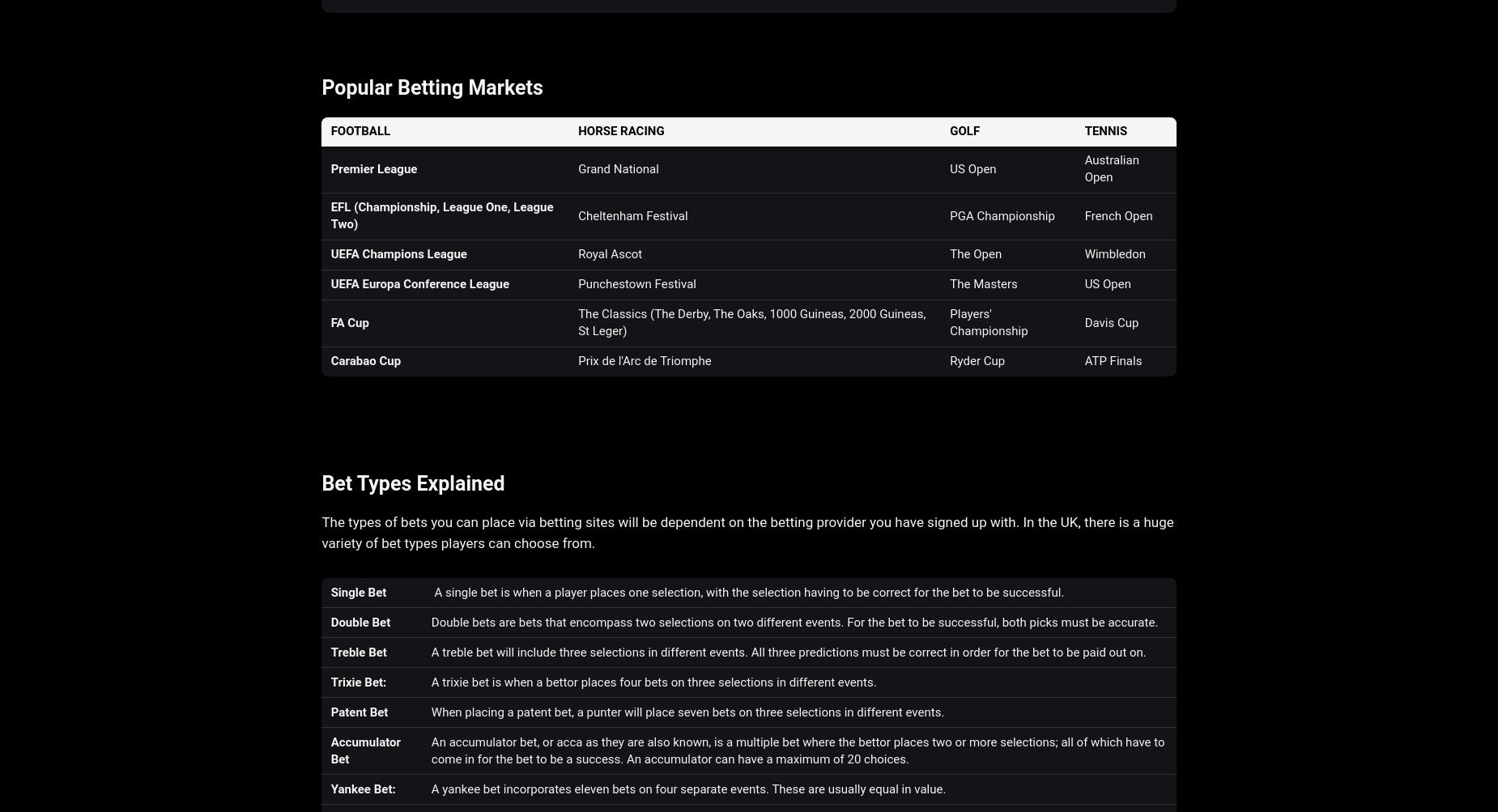 This screenshot has width=1498, height=812. What do you see at coordinates (329, 682) in the screenshot?
I see `'Trixie Bet:'` at bounding box center [329, 682].